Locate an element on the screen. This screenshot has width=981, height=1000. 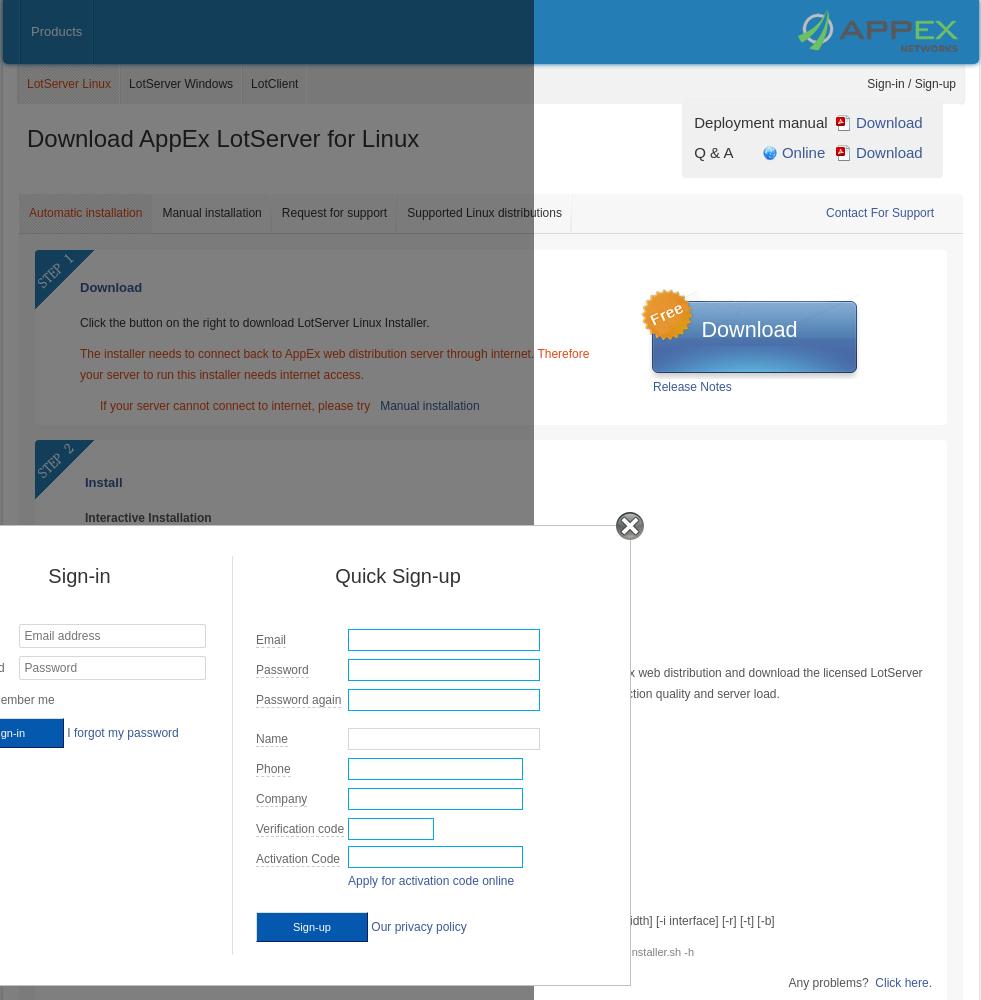
'Phone' is located at coordinates (272, 769).